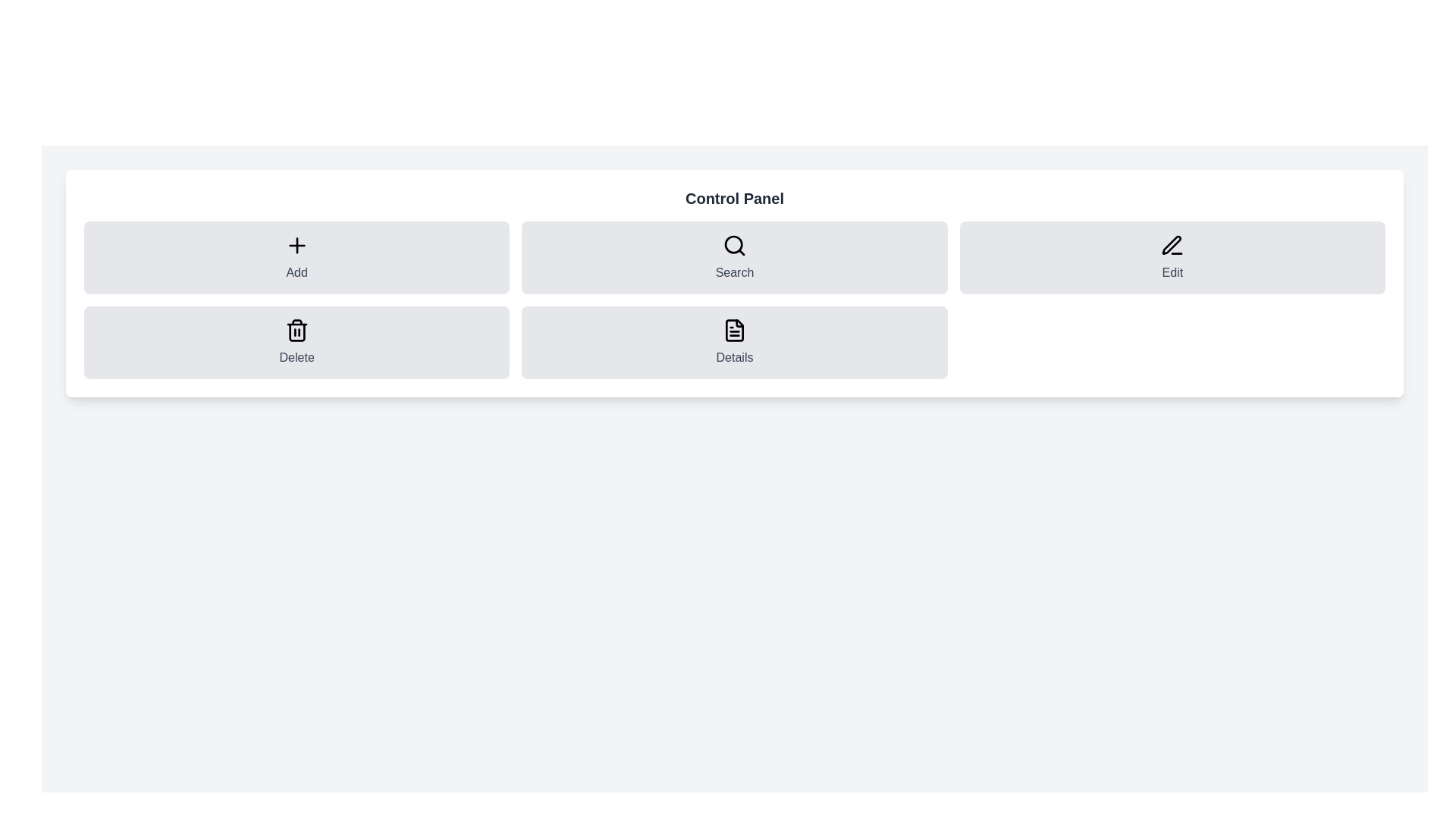 The width and height of the screenshot is (1456, 819). I want to click on the 'Add' button located in the top-left corner of the grid, which features a black '+' icon and the text 'Add' below it, so click(297, 256).